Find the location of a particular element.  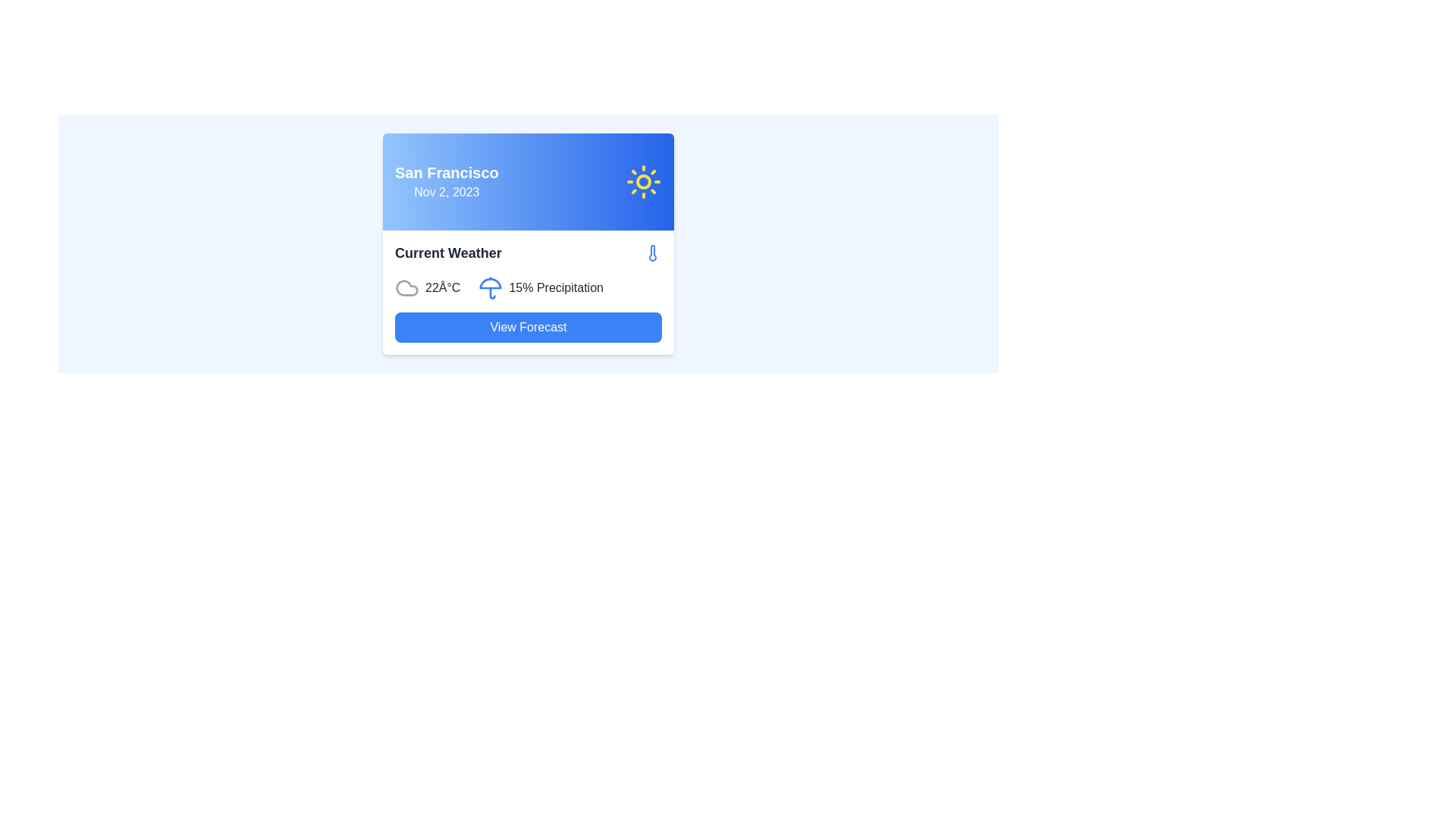

the thermometer icon with a blue gradient located in the 'Current Weather' subsection of the weather card, positioned to the right of the '15% Precipitation' text is located at coordinates (652, 253).